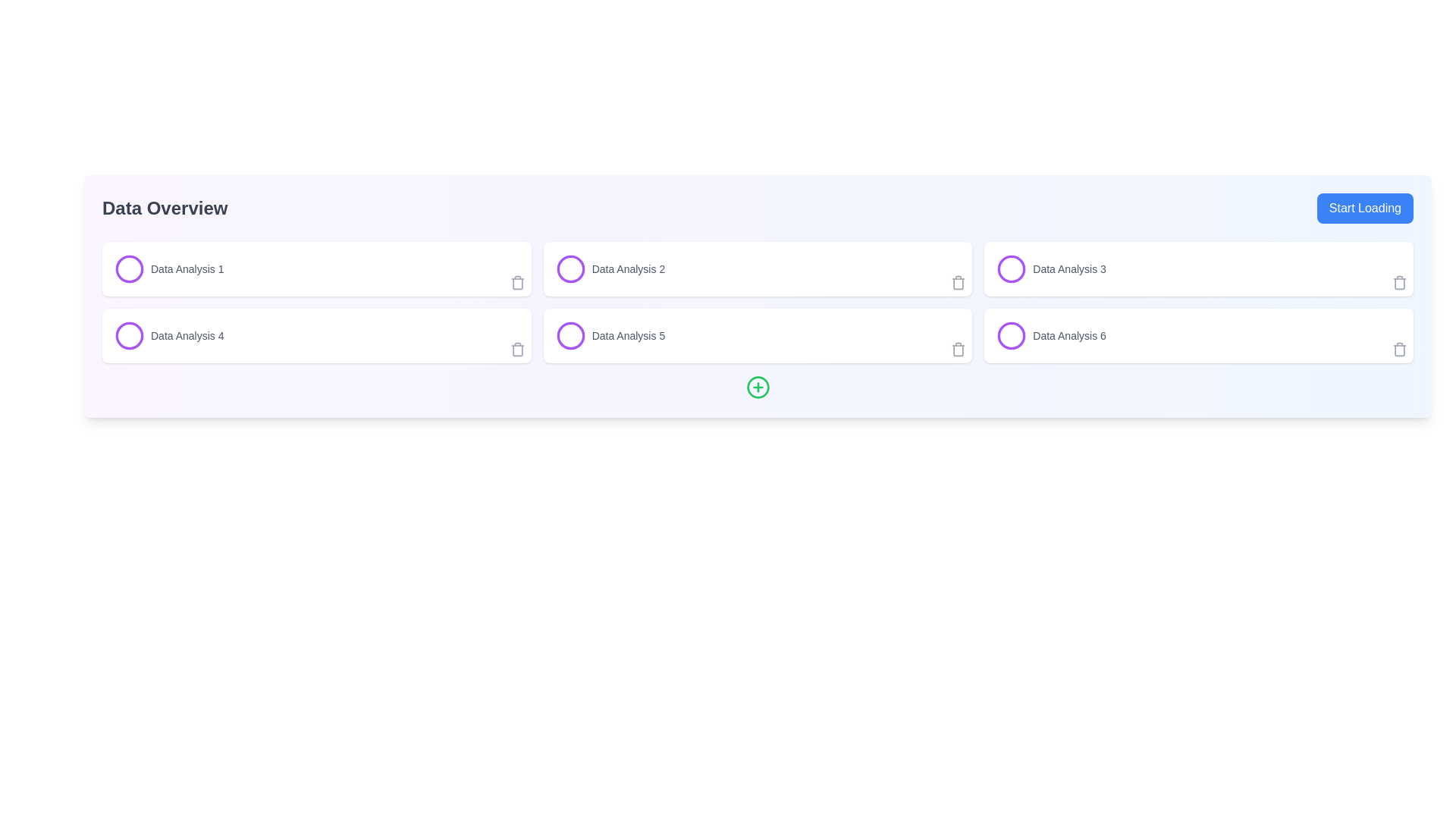 The width and height of the screenshot is (1456, 819). Describe the element at coordinates (758, 386) in the screenshot. I see `the add or create button` at that location.